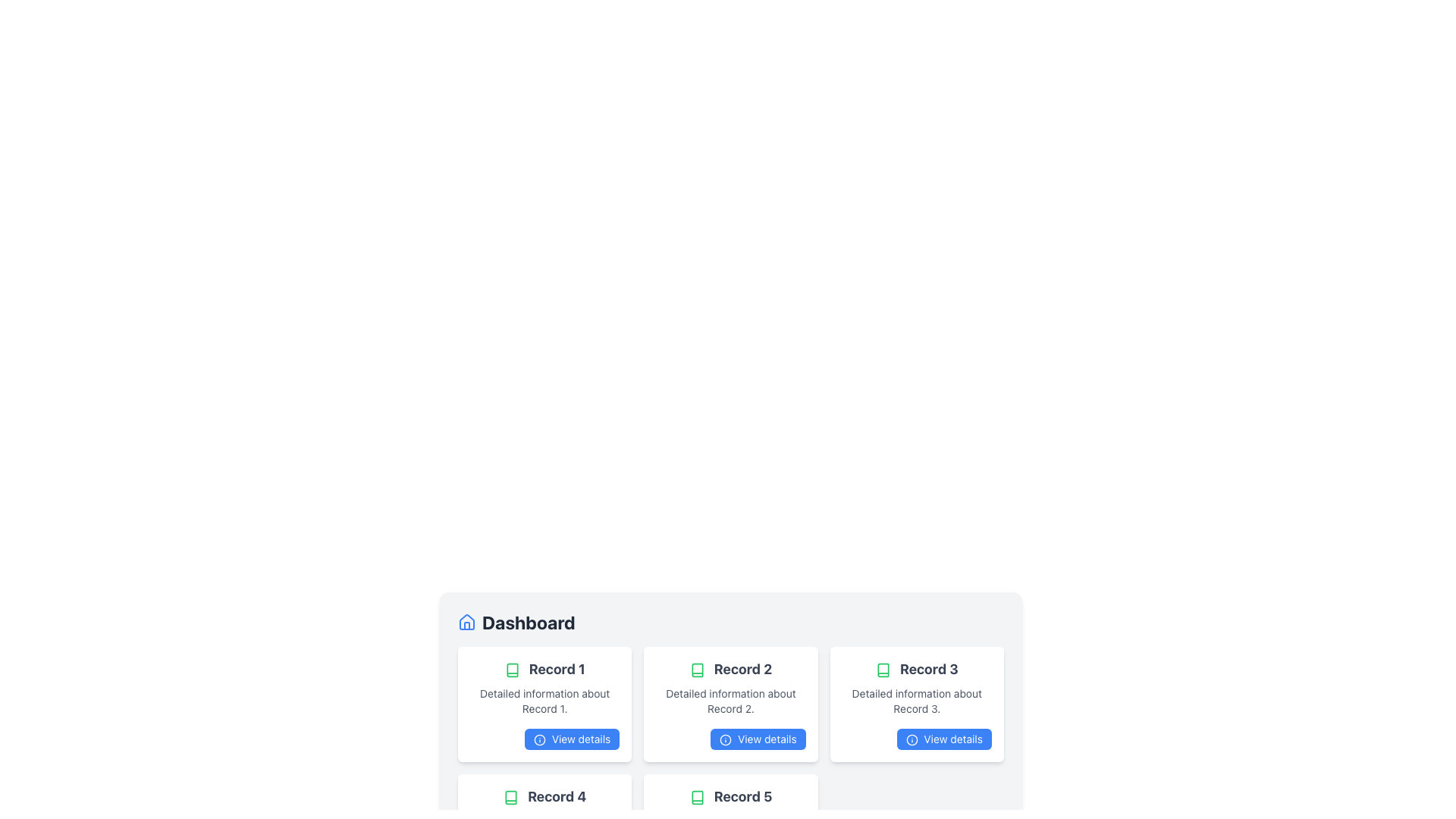 The image size is (1456, 819). What do you see at coordinates (544, 669) in the screenshot?
I see `text displayed in the title of the first card in the grid below the 'Dashboard' heading, which serves as an identifier for the record` at bounding box center [544, 669].